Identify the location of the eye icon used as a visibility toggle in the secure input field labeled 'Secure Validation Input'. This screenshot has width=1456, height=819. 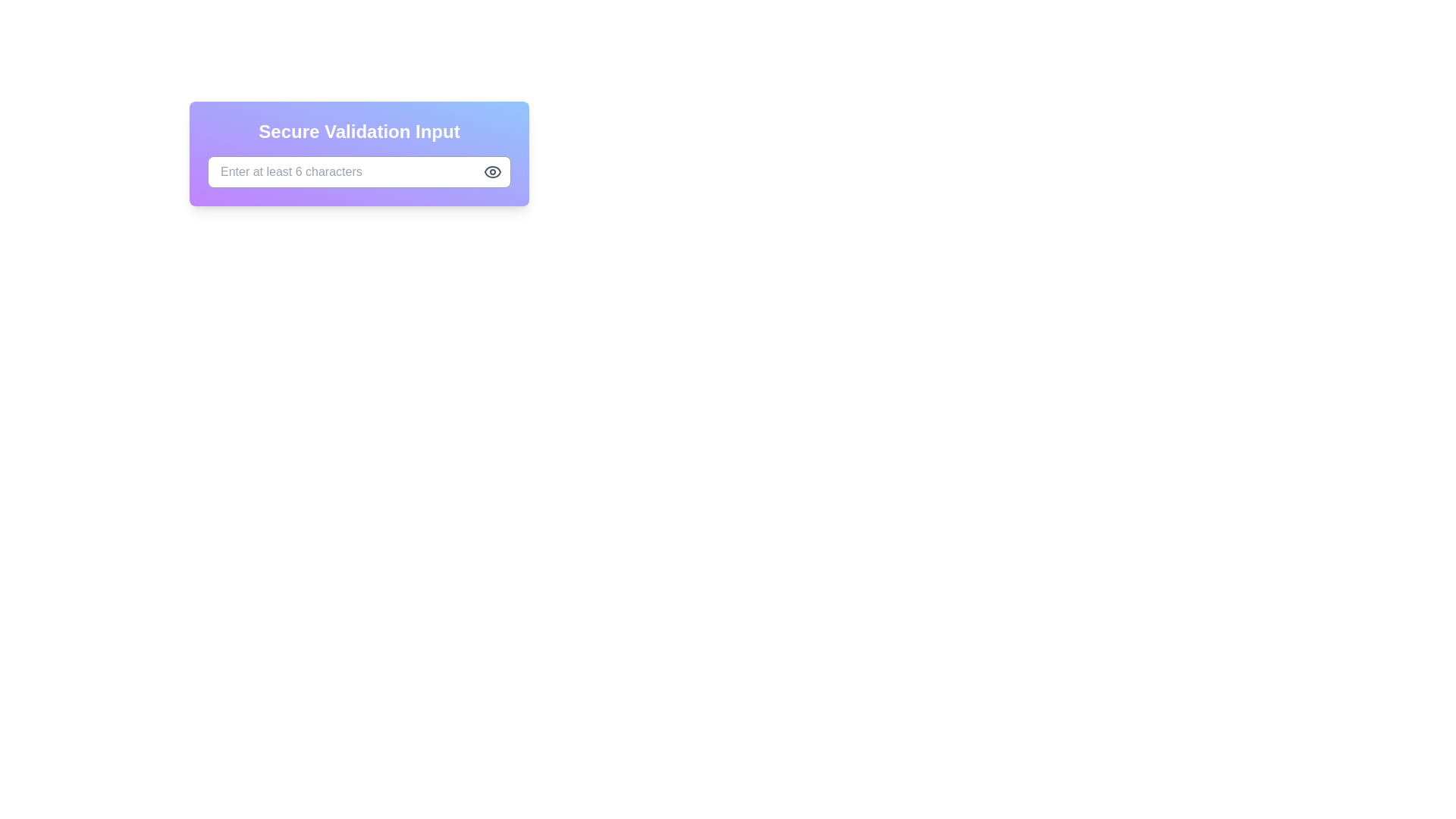
(492, 171).